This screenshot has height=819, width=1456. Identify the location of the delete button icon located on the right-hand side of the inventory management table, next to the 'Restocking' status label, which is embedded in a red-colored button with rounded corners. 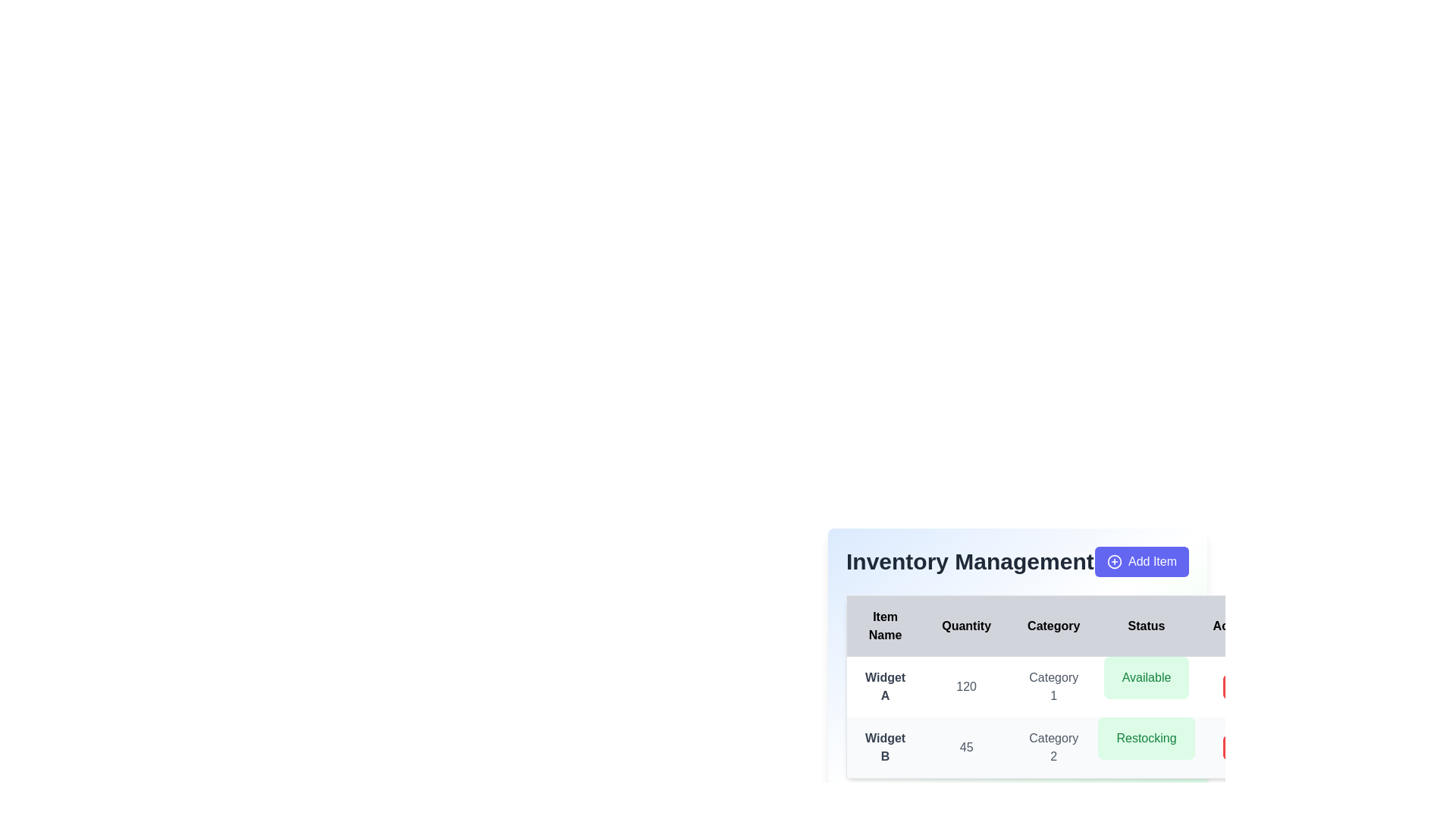
(1235, 747).